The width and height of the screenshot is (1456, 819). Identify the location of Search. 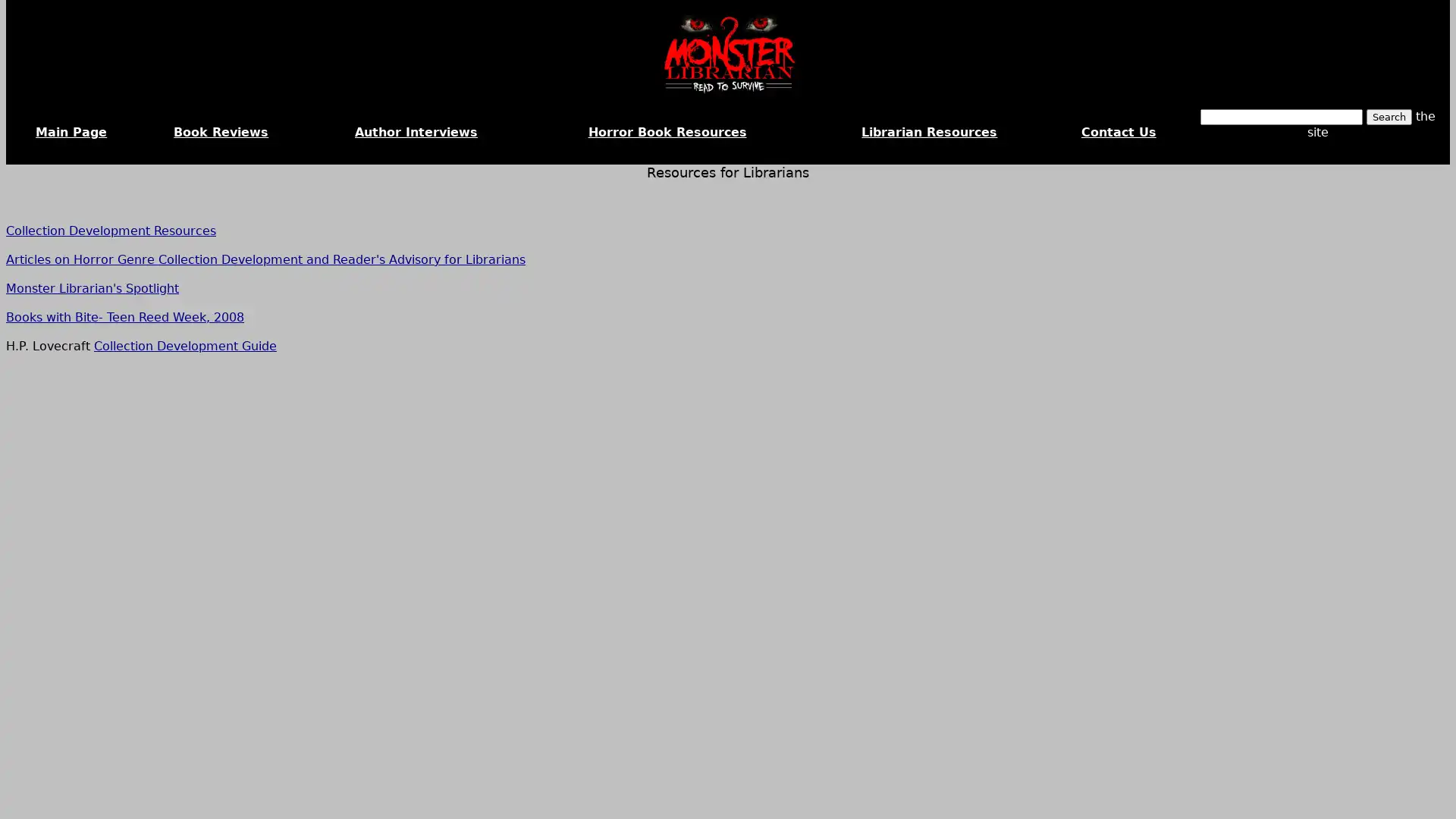
(1389, 115).